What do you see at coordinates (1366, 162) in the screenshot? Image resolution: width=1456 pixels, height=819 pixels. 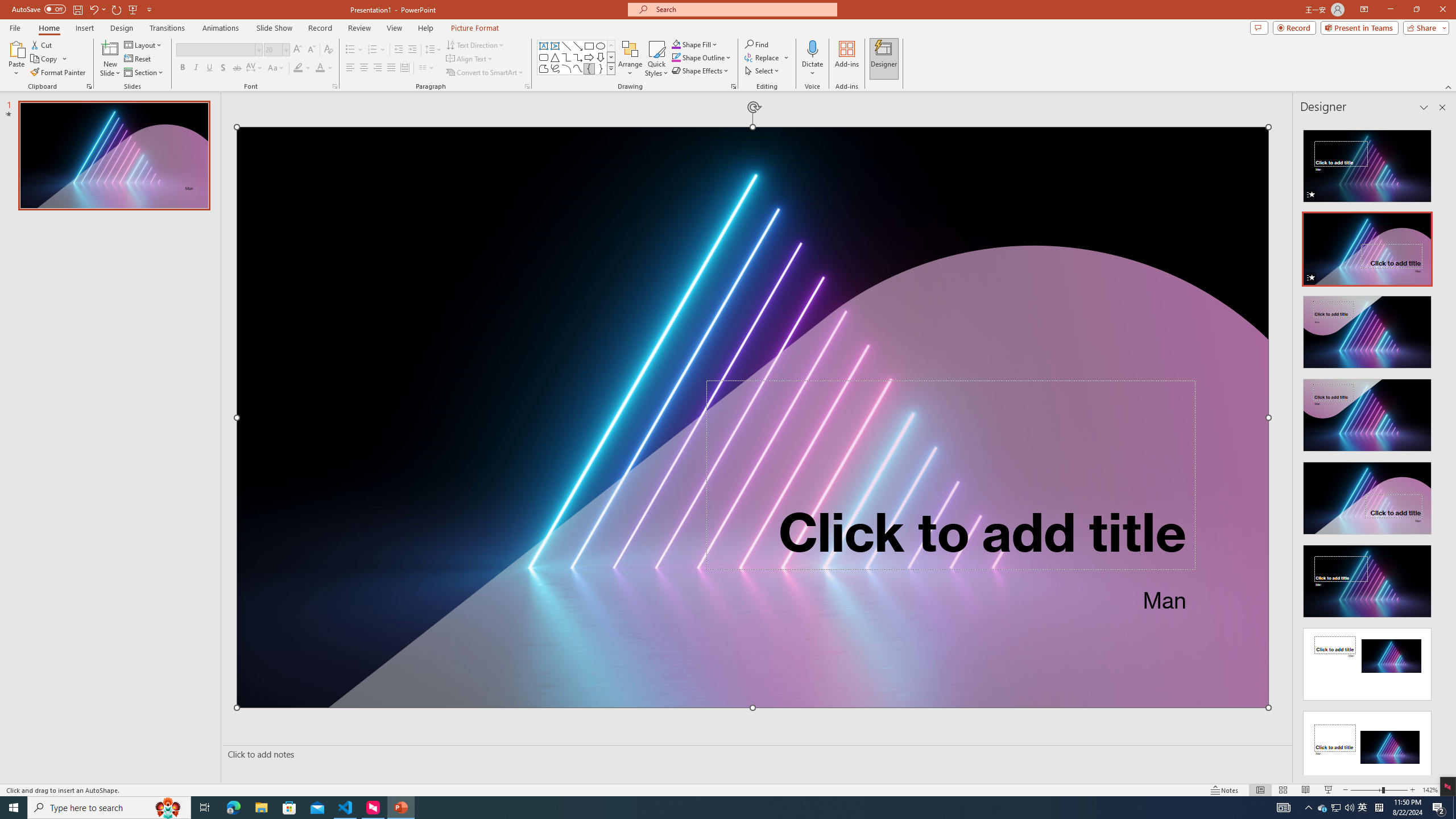 I see `'Recommended Design: Animation'` at bounding box center [1366, 162].